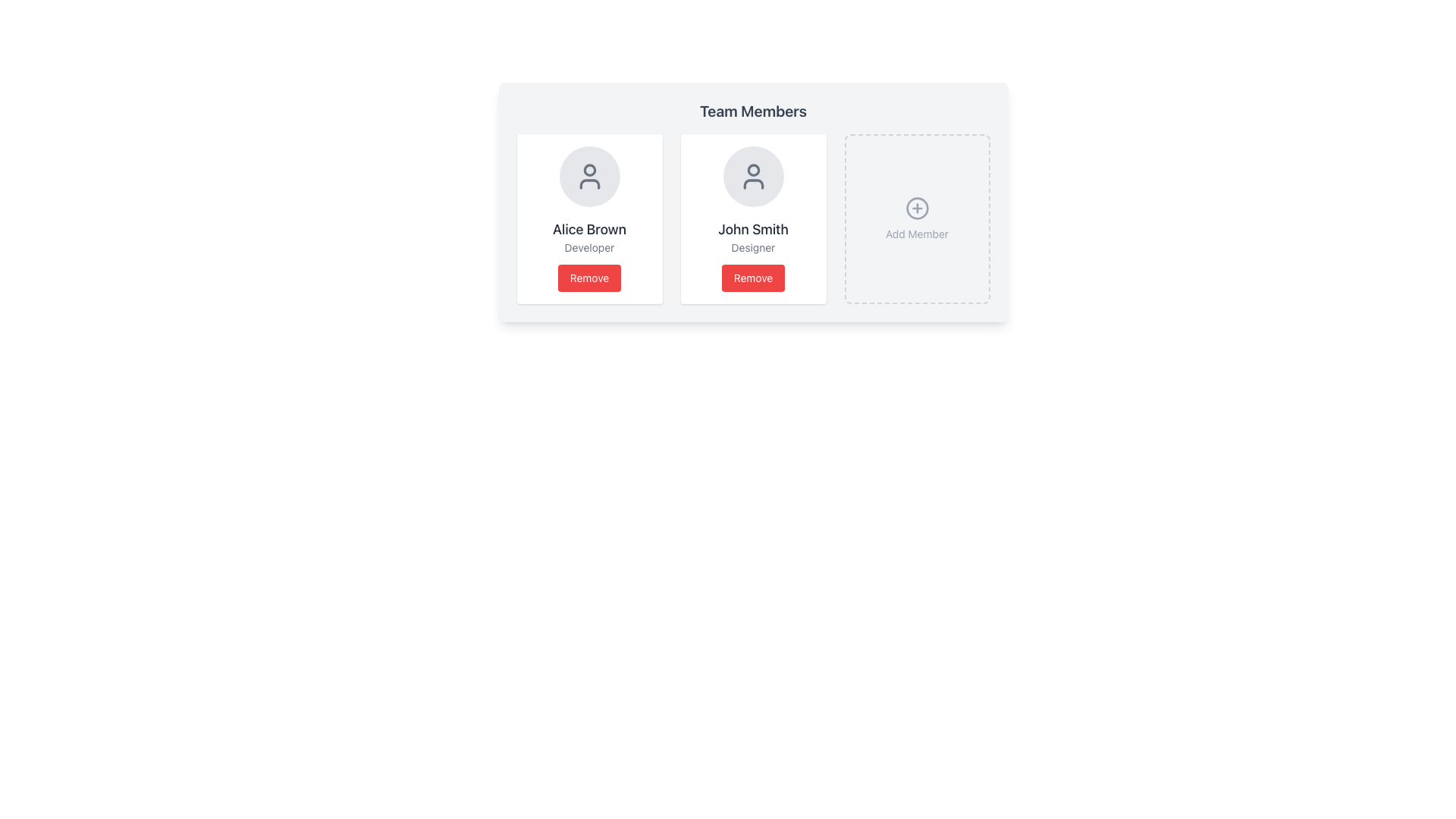  What do you see at coordinates (588, 247) in the screenshot?
I see `the Text Label indicating the role of team member Alice Brown, located in the center of the card interface between the name and the Remove button` at bounding box center [588, 247].